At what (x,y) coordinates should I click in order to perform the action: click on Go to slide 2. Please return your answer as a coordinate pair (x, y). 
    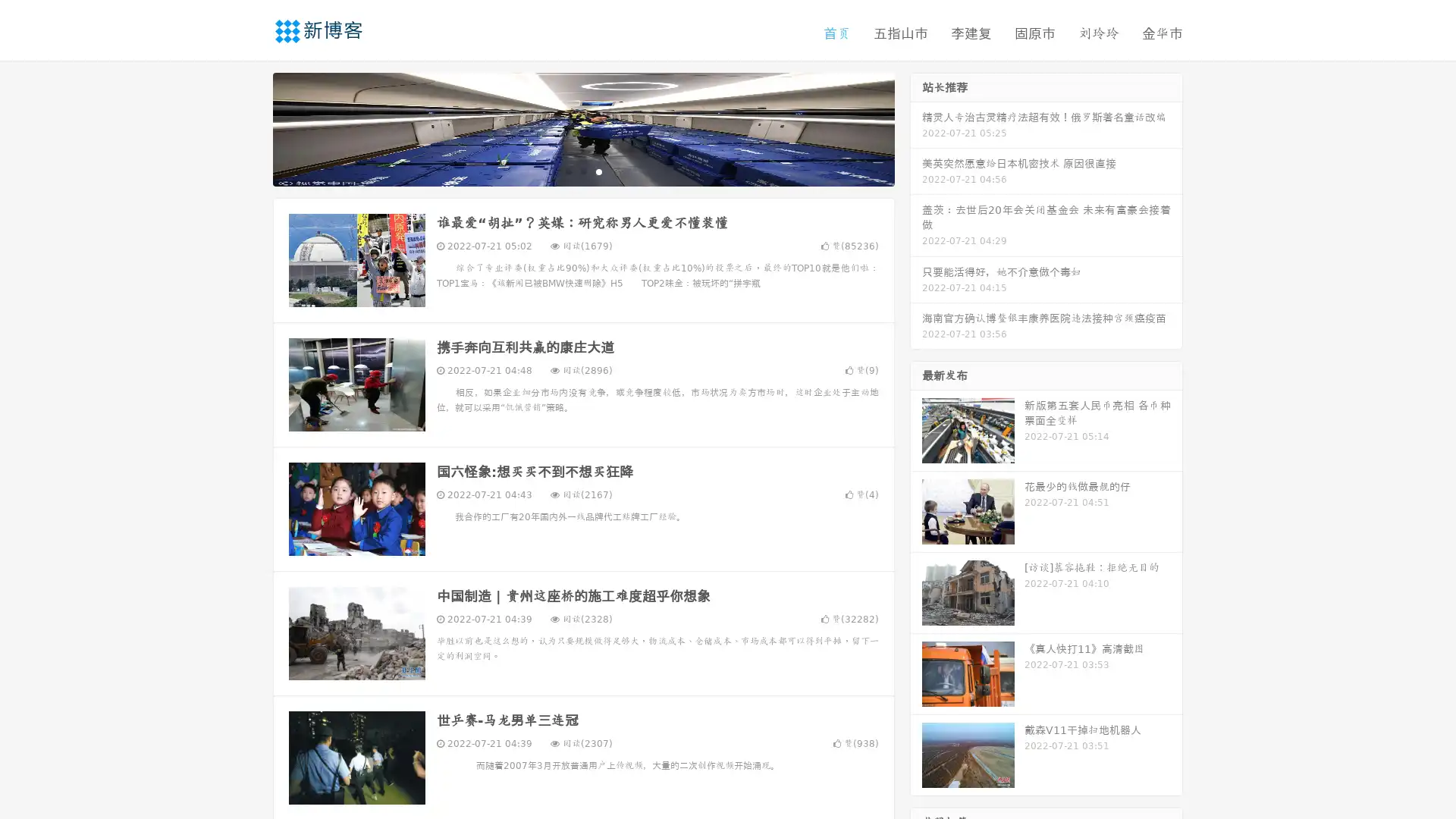
    Looking at the image, I should click on (582, 171).